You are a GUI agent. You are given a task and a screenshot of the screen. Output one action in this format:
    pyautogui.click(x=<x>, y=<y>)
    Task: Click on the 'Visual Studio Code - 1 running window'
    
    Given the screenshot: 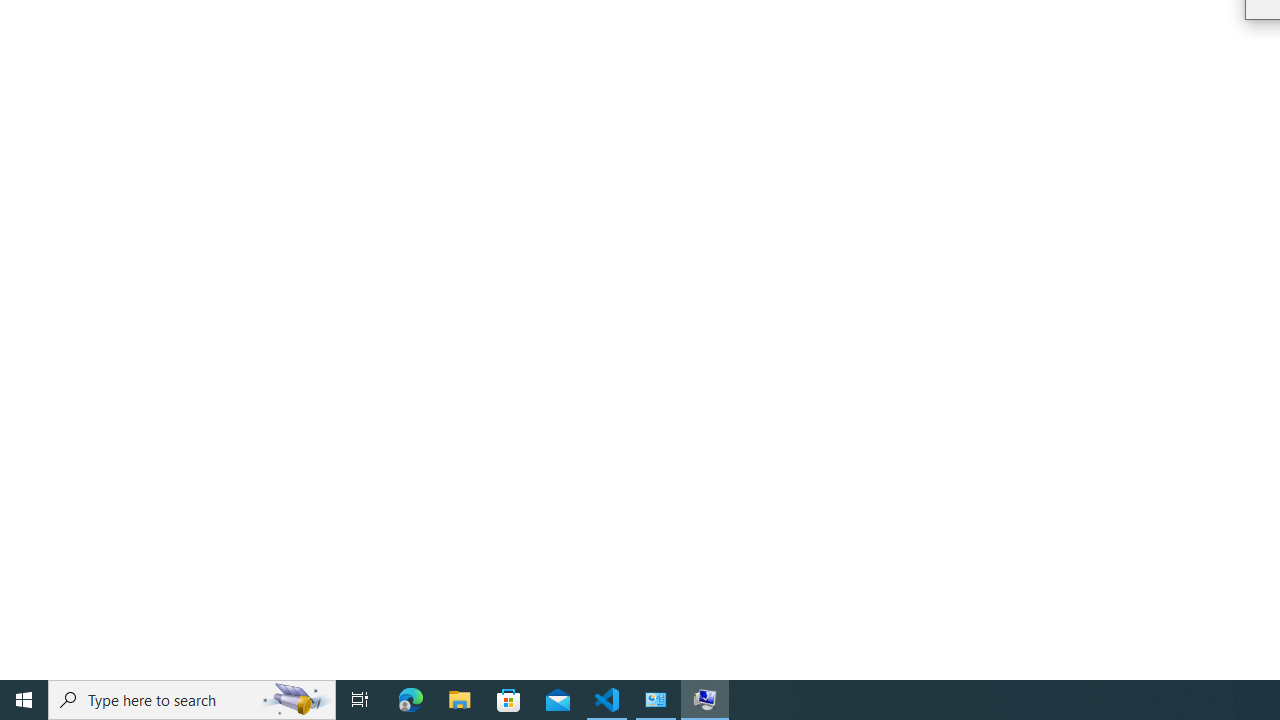 What is the action you would take?
    pyautogui.click(x=606, y=698)
    